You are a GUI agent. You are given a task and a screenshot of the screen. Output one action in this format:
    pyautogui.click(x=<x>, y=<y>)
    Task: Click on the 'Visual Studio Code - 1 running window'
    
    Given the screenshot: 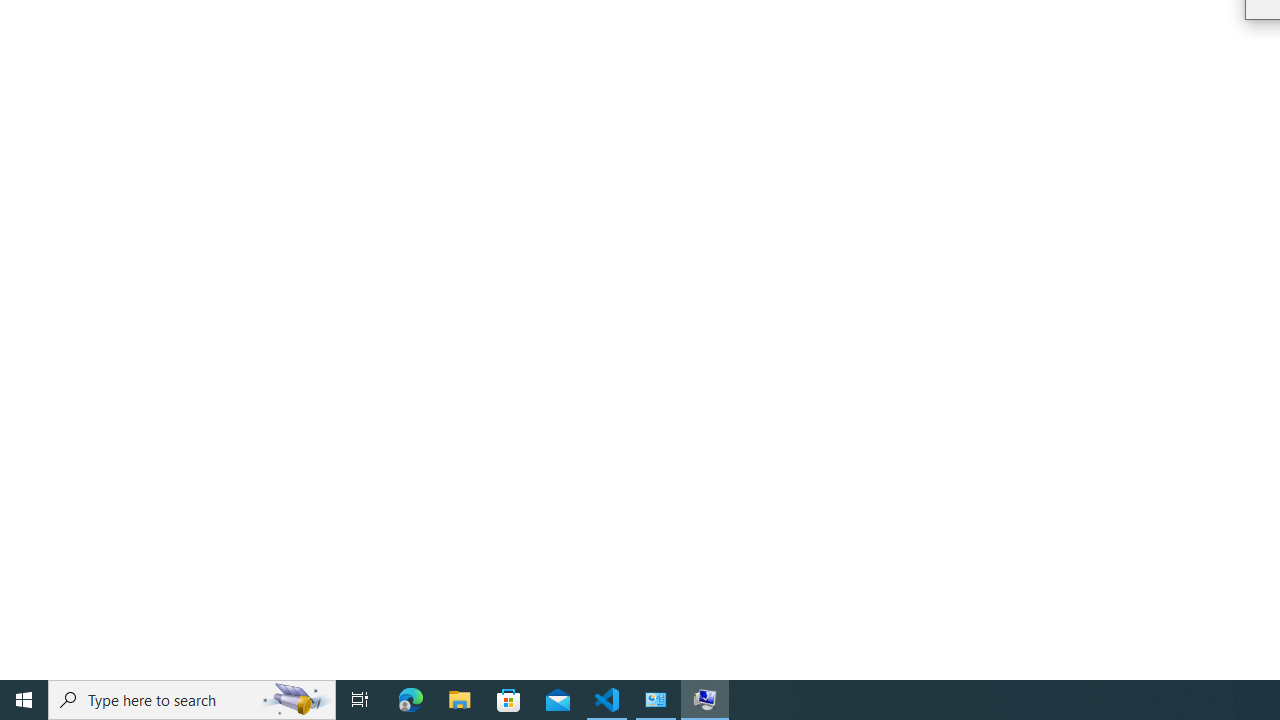 What is the action you would take?
    pyautogui.click(x=606, y=698)
    